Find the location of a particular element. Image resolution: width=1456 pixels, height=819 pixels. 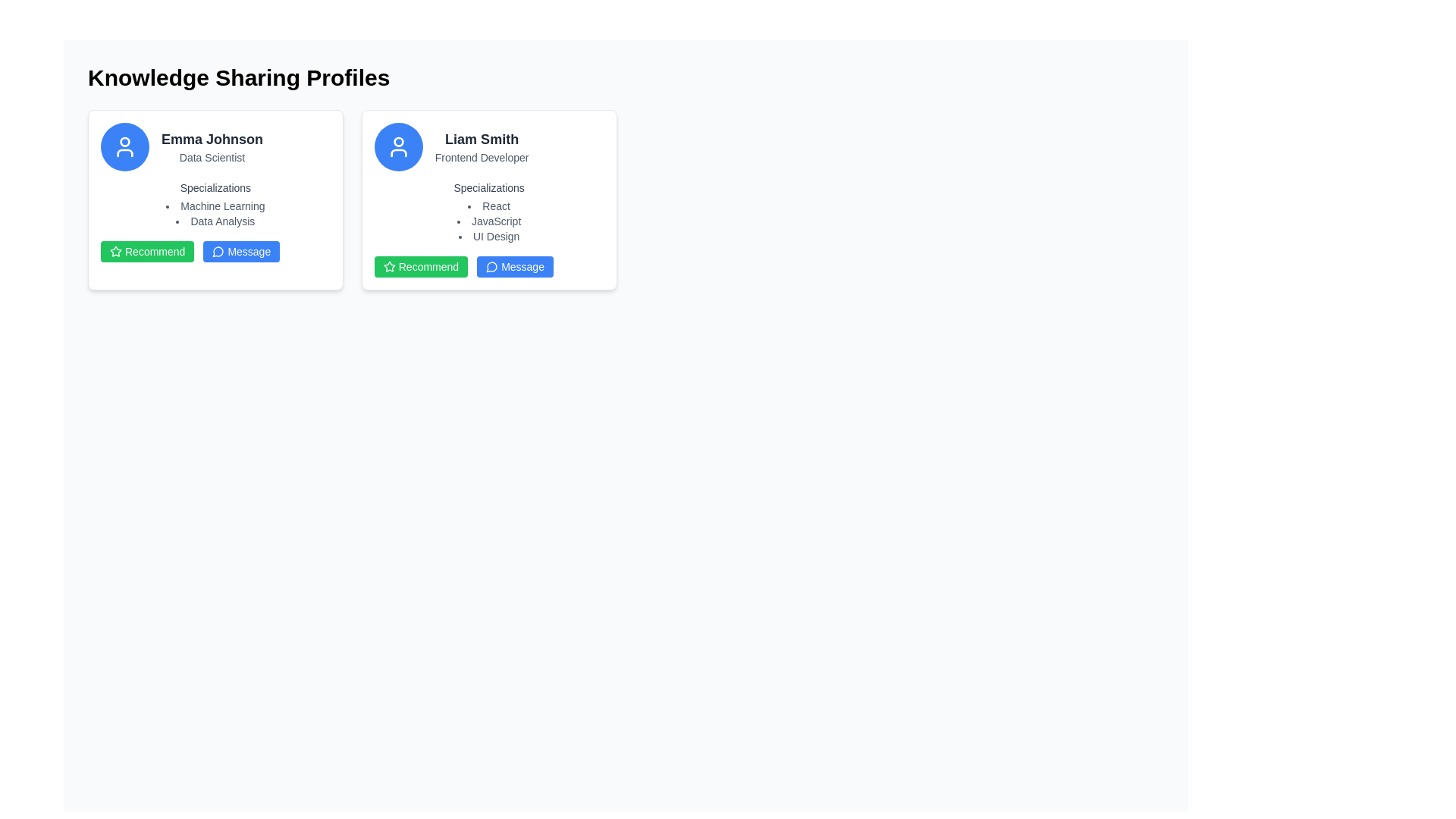

the circular profile picture area with a blue background and white user silhouette icon, which is the leftmost profile picture in the 'Knowledge Sharing Profiles' section above 'Emma Johnson' and 'Data Scientist' is located at coordinates (124, 146).